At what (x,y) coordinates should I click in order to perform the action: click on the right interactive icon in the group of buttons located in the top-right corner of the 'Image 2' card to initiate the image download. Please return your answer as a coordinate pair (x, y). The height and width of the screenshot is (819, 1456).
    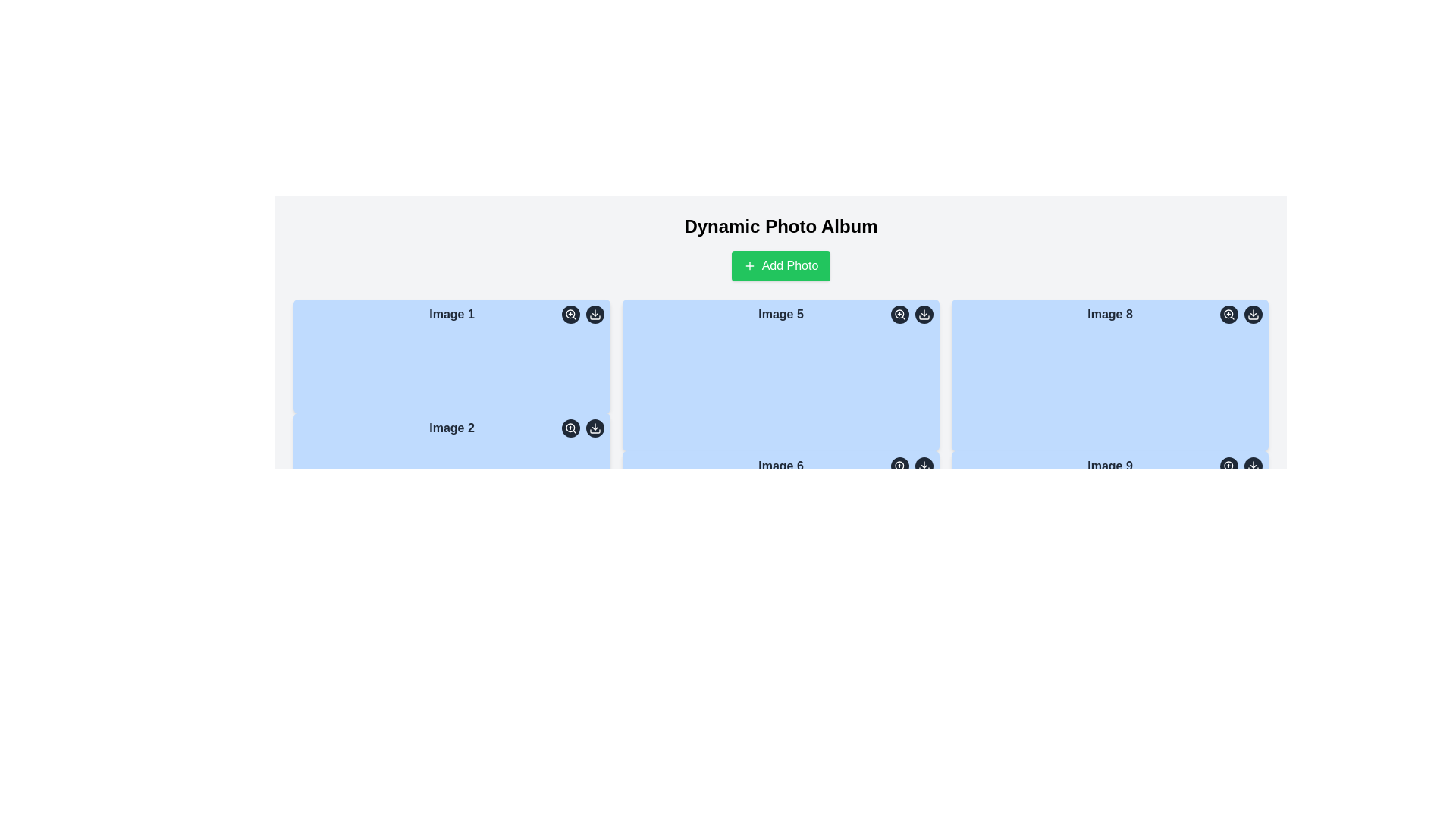
    Looking at the image, I should click on (582, 428).